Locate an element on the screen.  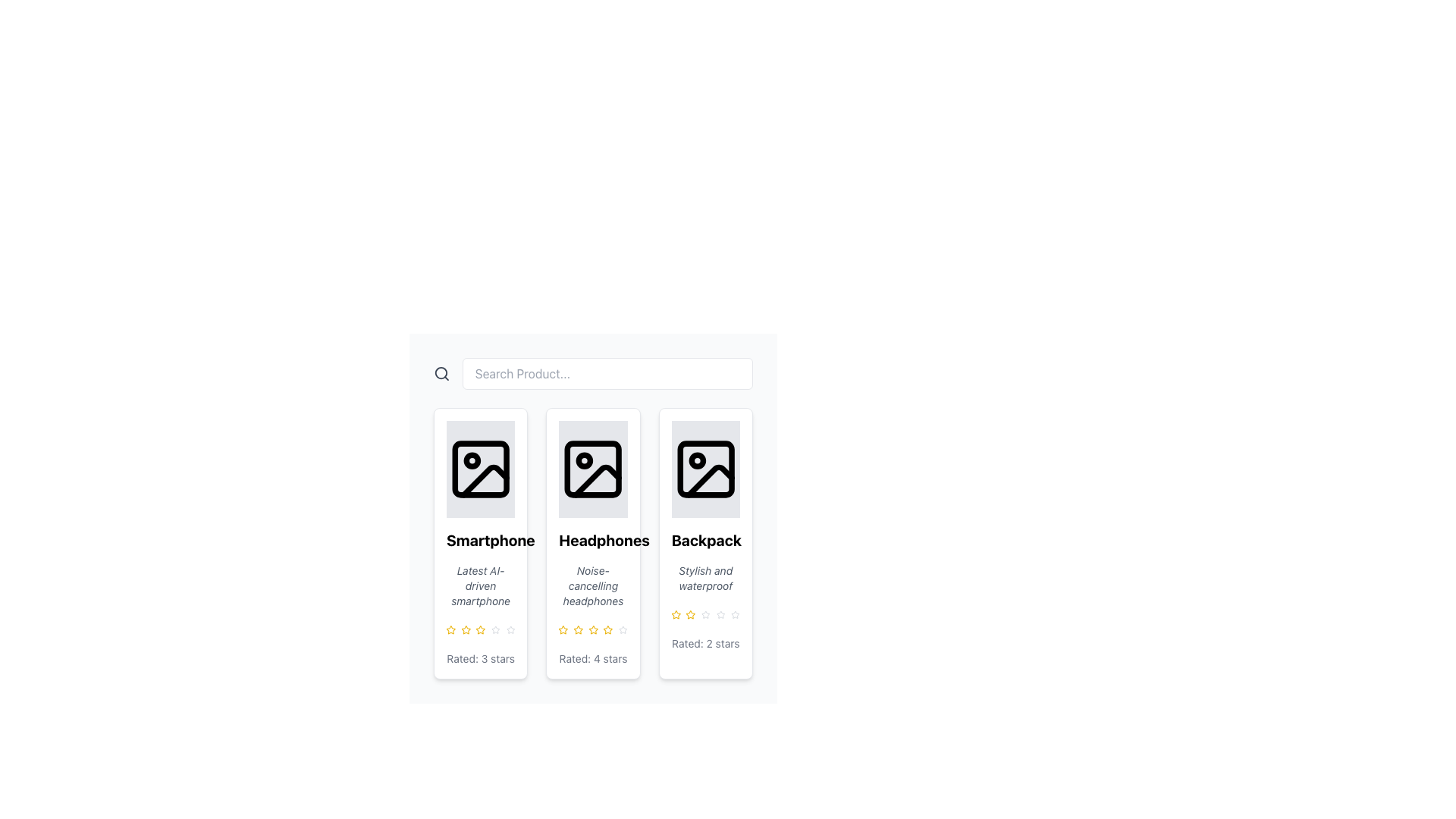
the second yellow star icon in the rating section beneath the 'Backpack' product card is located at coordinates (675, 614).